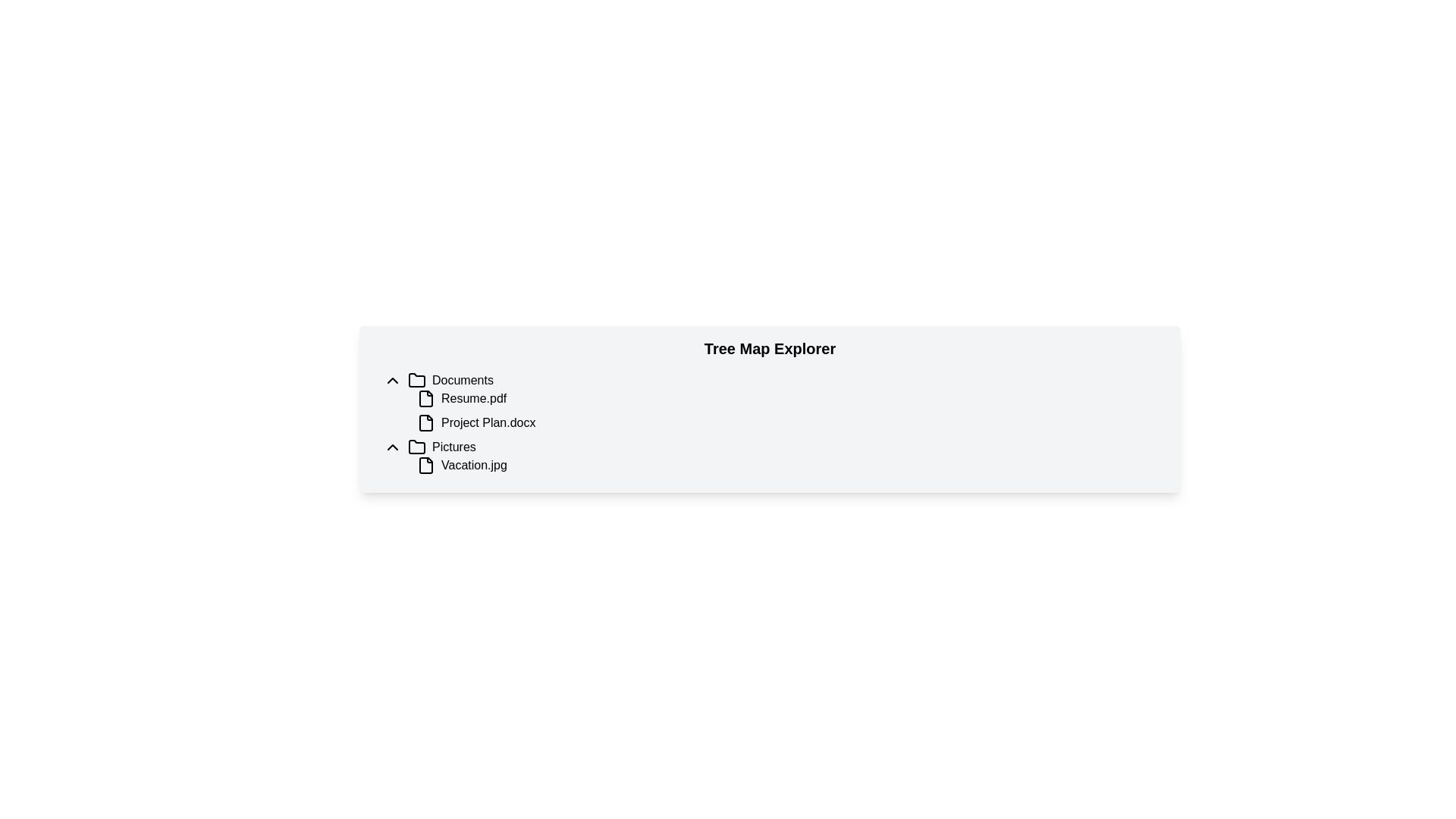  Describe the element at coordinates (417, 446) in the screenshot. I see `the 'Pictures' folder icon in the file tree` at that location.